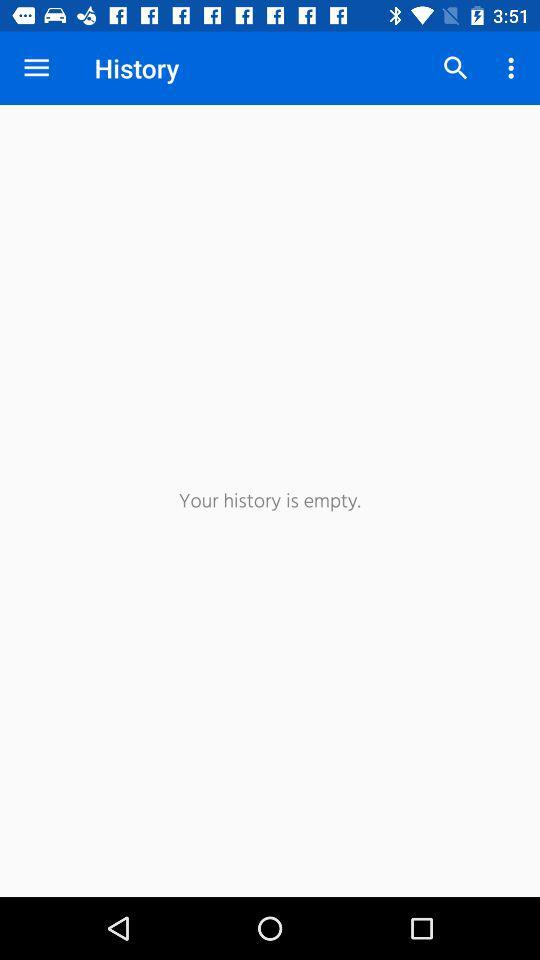 The height and width of the screenshot is (960, 540). Describe the element at coordinates (455, 68) in the screenshot. I see `the icon to the right of the history item` at that location.